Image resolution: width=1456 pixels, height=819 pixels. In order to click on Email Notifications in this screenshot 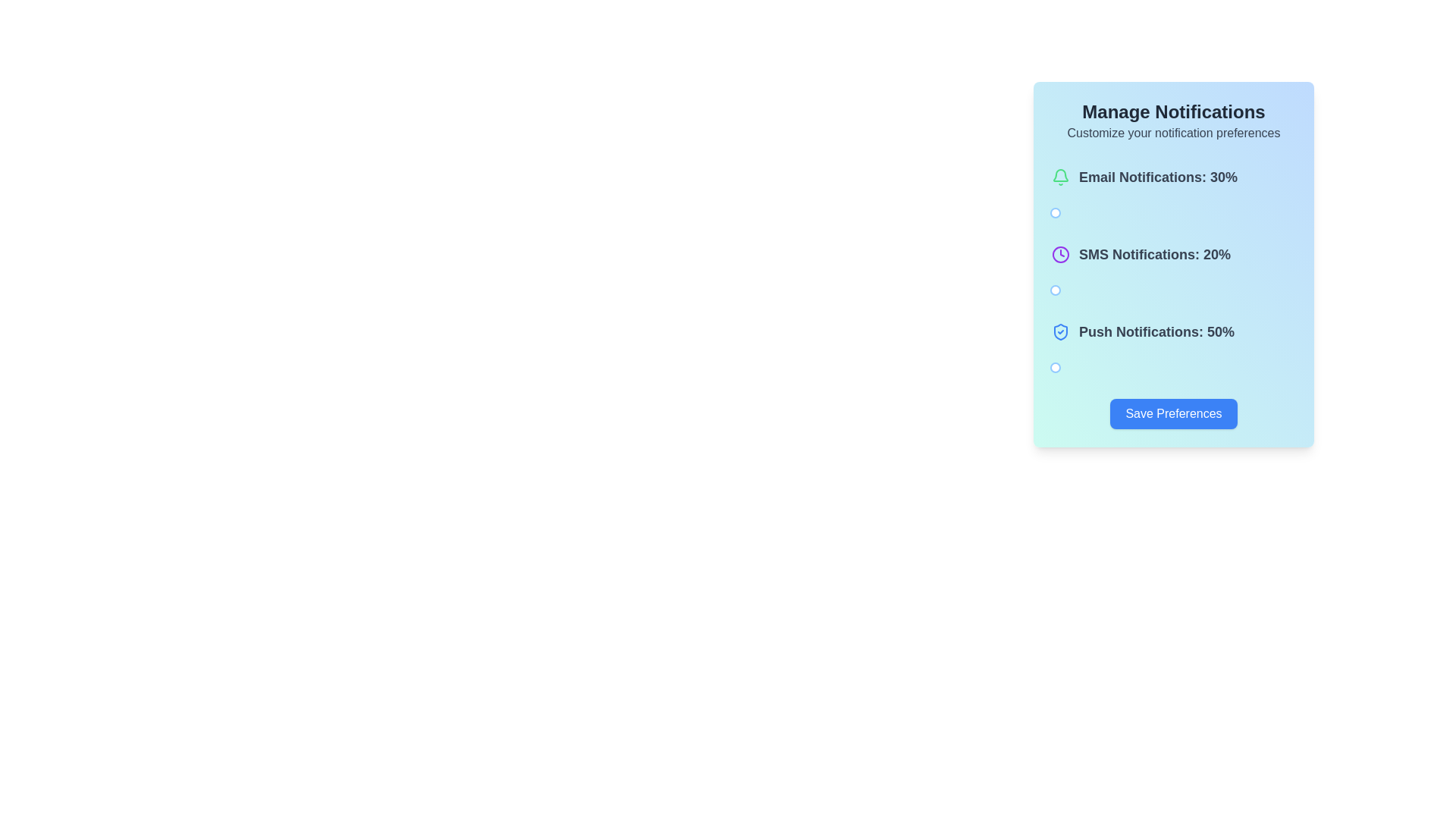, I will do `click(1097, 213)`.